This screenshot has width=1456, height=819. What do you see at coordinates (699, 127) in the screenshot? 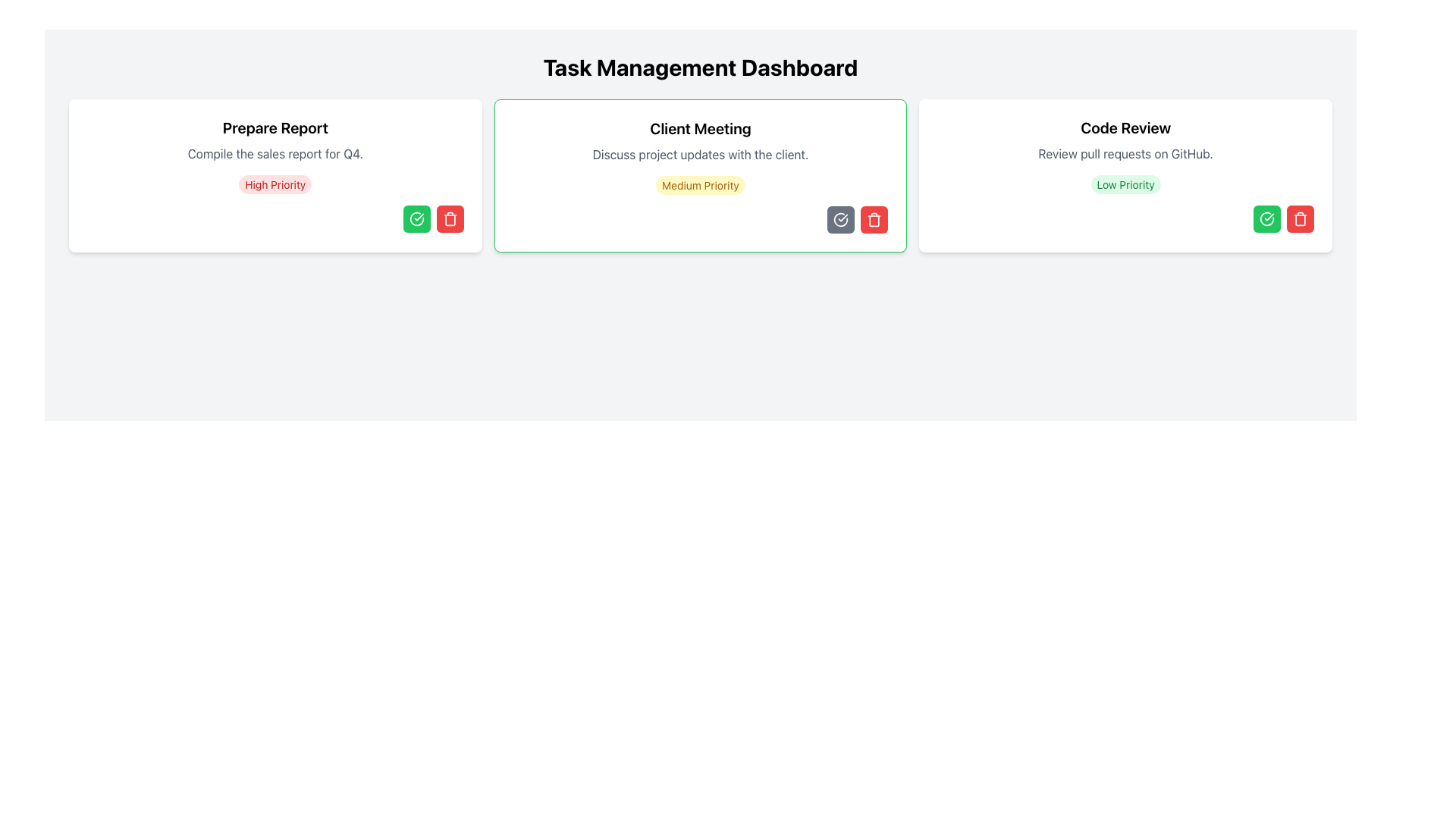
I see `the text label displaying 'Client Meeting', which is at the top of the task card and styled with a bold and larger font` at bounding box center [699, 127].